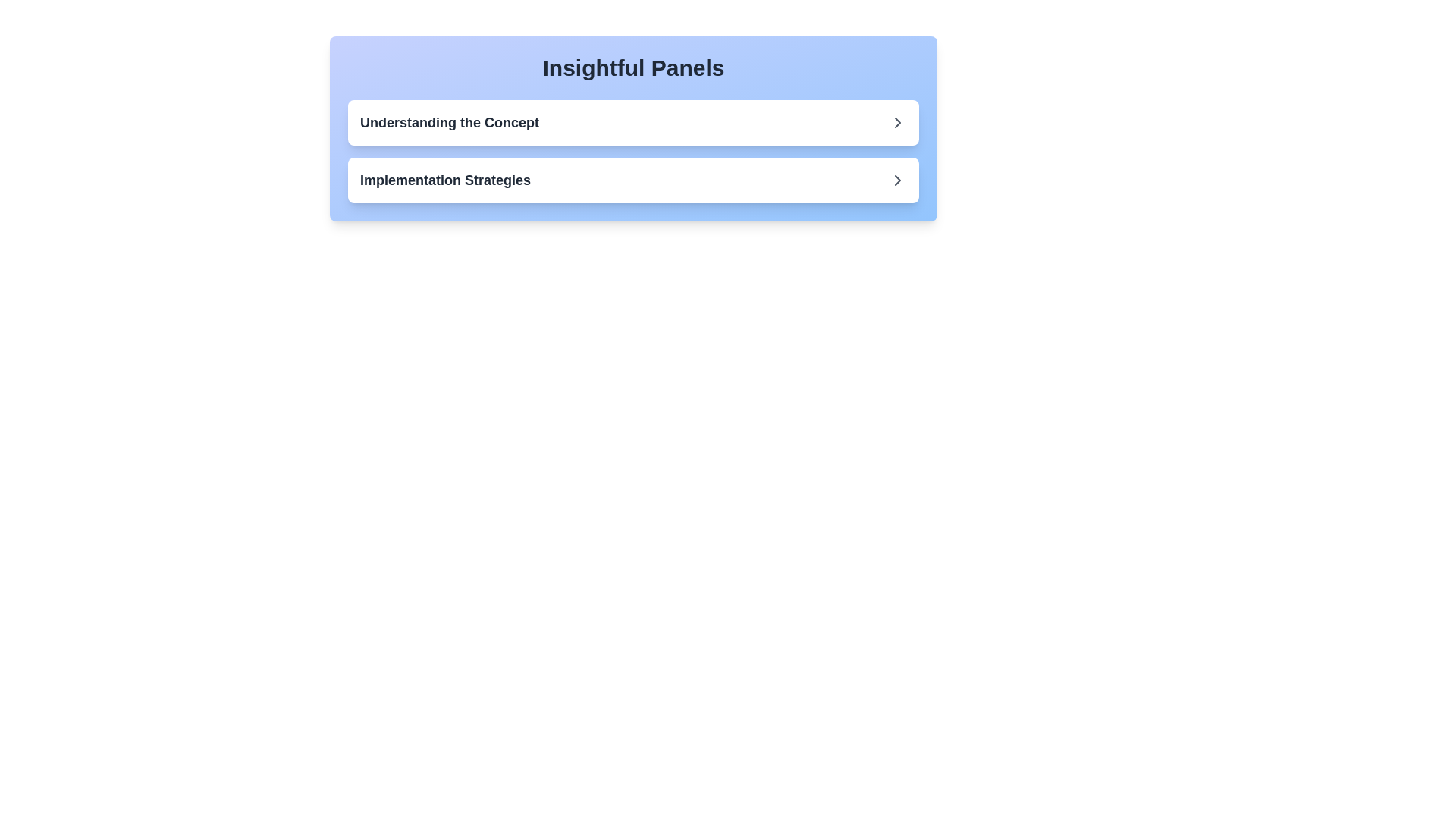  What do you see at coordinates (633, 180) in the screenshot?
I see `the 'Implementation Strategies' button` at bounding box center [633, 180].